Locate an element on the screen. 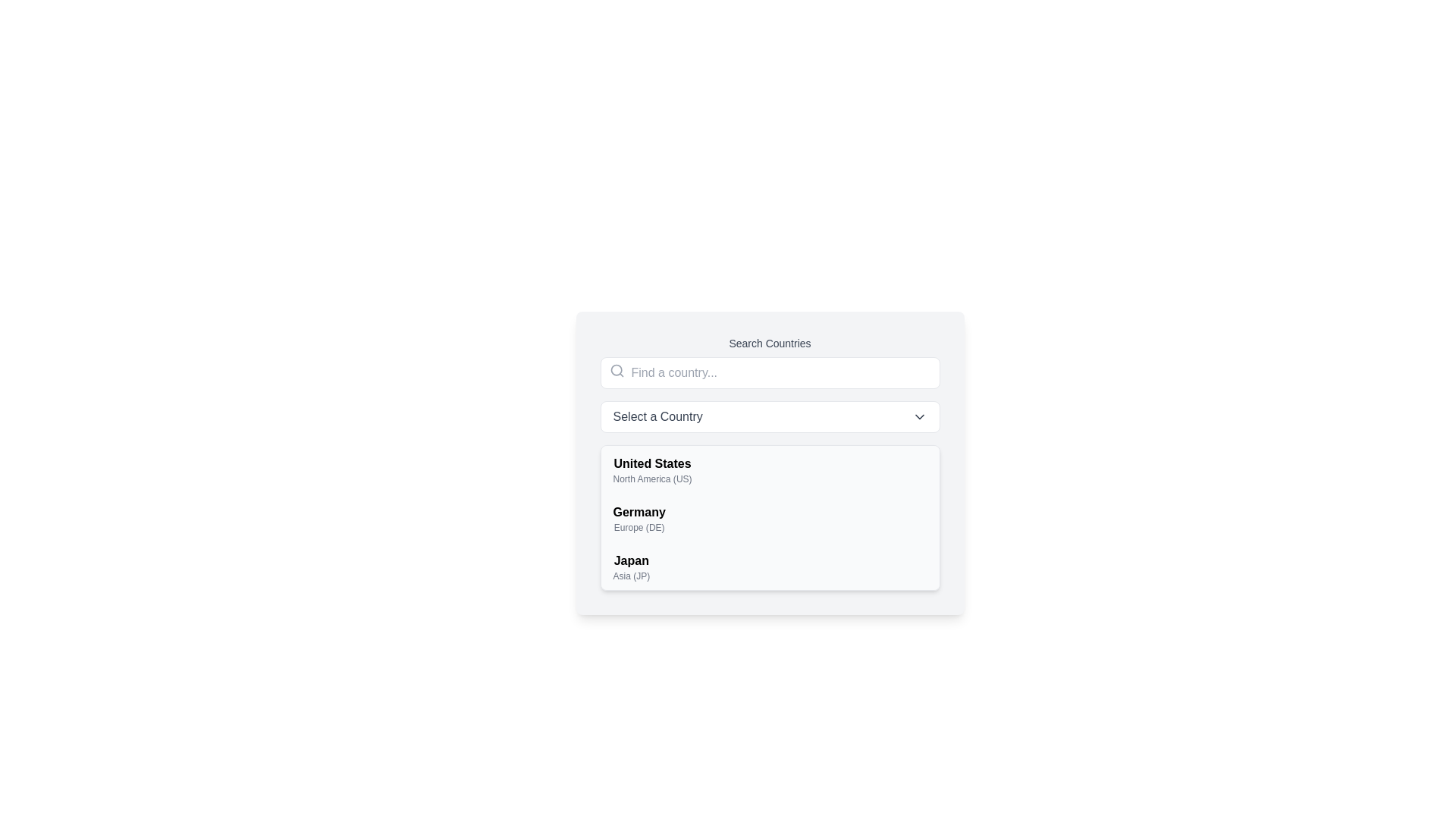  the circular graphic element with a light gray stroke located within the magnifying glass icon to the left of the 'Find a country...' placeholder text in the search field is located at coordinates (616, 370).